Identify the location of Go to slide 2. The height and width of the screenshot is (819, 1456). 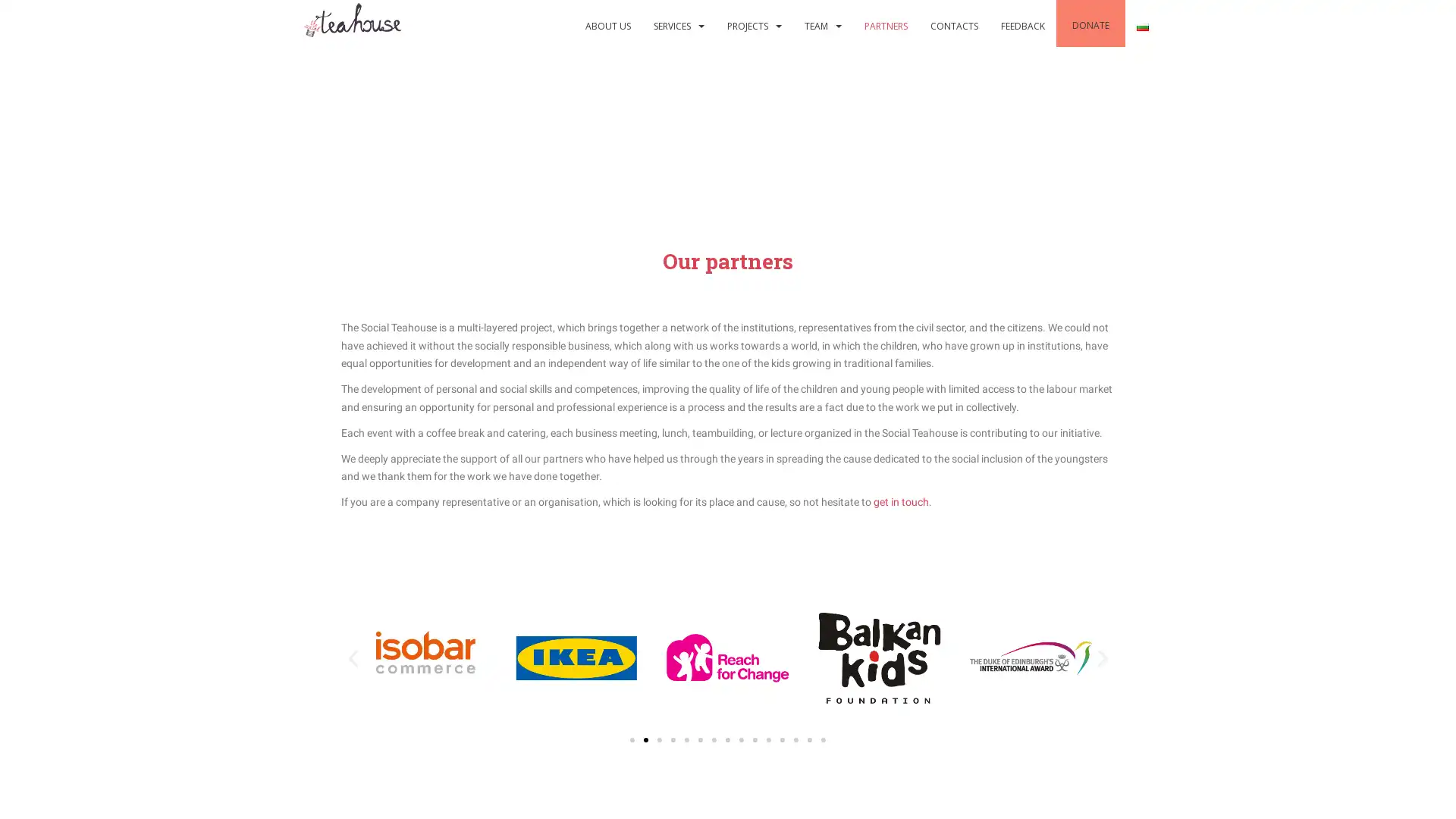
(645, 739).